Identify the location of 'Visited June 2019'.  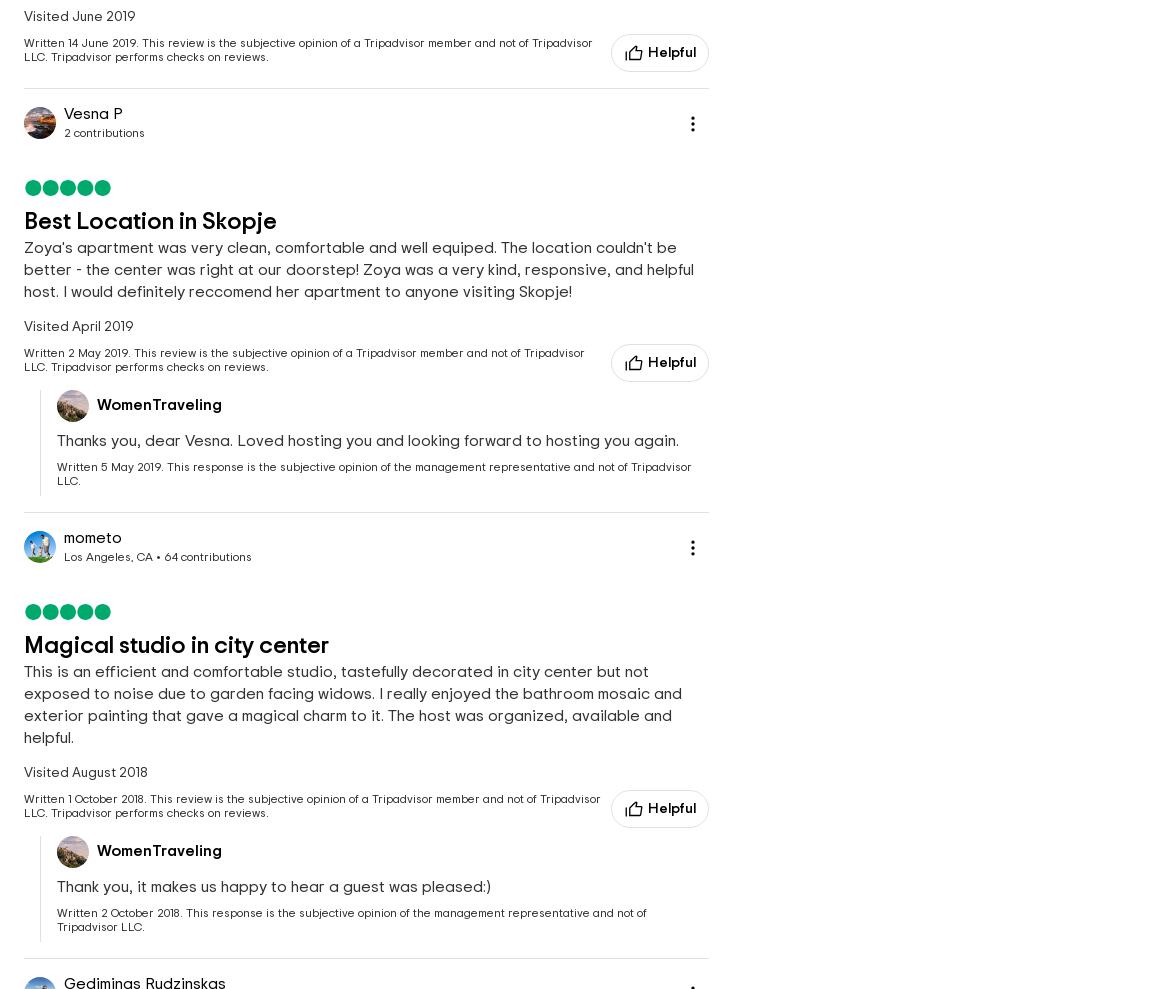
(23, 16).